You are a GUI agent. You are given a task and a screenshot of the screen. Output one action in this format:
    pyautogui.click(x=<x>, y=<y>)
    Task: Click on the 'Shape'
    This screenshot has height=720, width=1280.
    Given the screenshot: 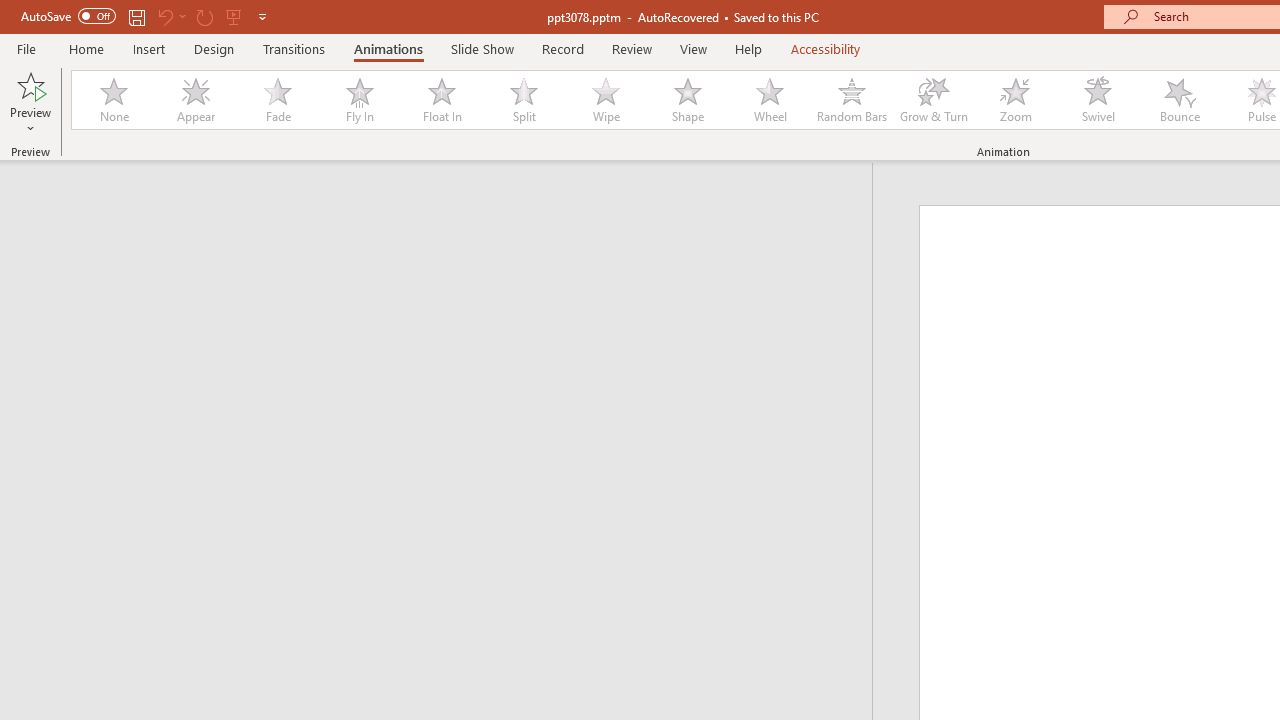 What is the action you would take?
    pyautogui.click(x=688, y=100)
    